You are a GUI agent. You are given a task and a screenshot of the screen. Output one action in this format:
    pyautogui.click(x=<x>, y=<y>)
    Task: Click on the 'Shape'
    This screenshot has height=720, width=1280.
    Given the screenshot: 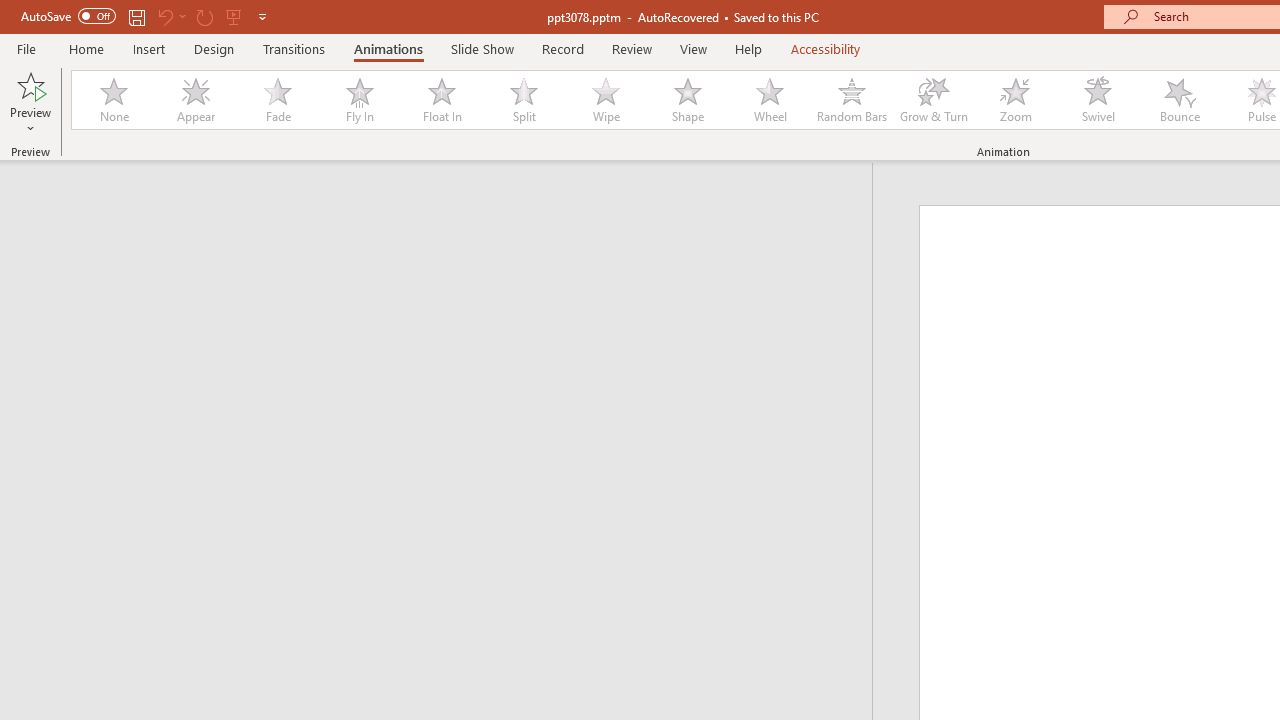 What is the action you would take?
    pyautogui.click(x=688, y=100)
    